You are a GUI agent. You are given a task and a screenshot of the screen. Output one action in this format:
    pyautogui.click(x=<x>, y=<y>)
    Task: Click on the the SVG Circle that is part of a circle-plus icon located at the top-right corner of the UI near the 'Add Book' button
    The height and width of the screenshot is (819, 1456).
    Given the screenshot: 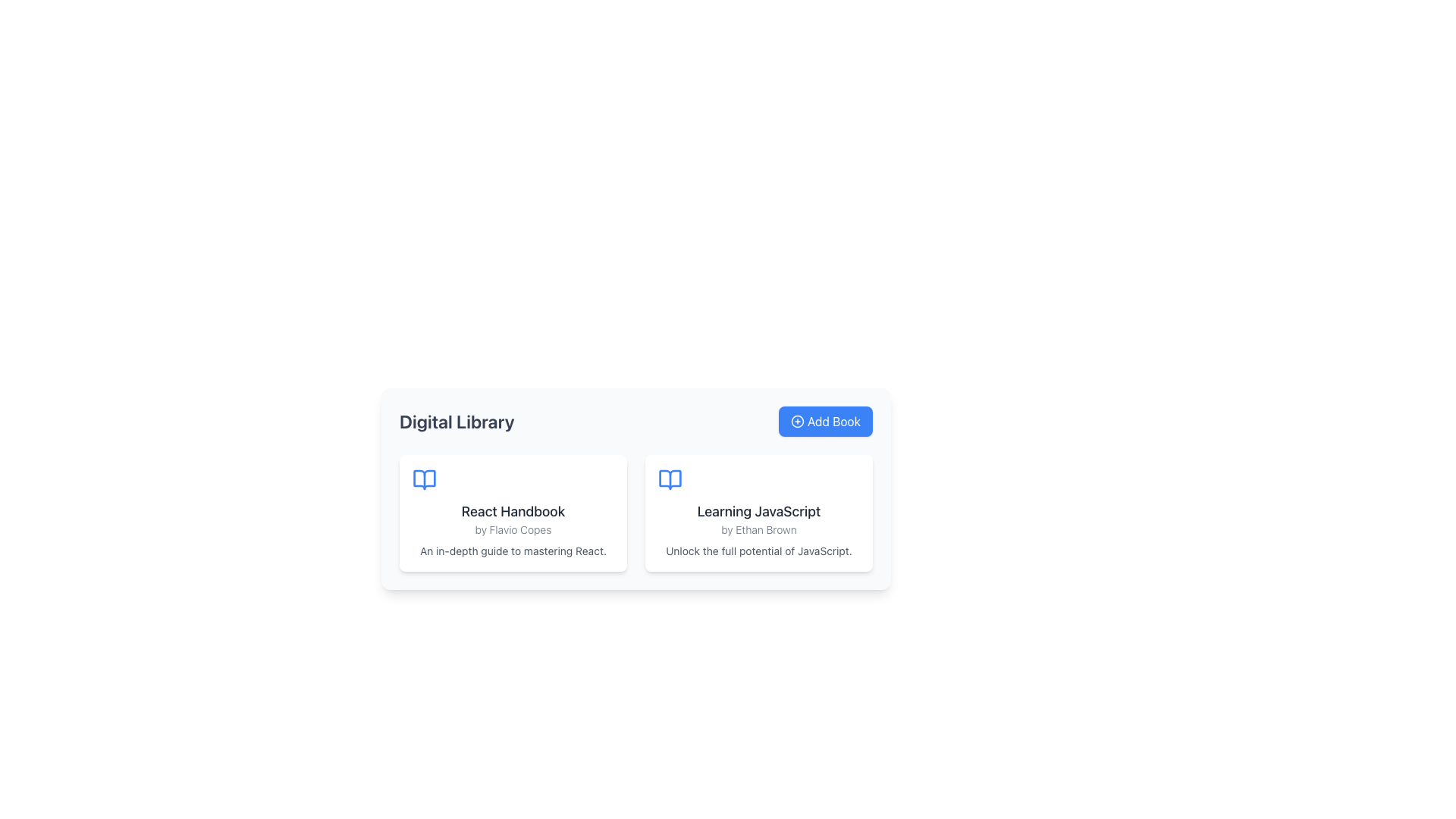 What is the action you would take?
    pyautogui.click(x=796, y=421)
    